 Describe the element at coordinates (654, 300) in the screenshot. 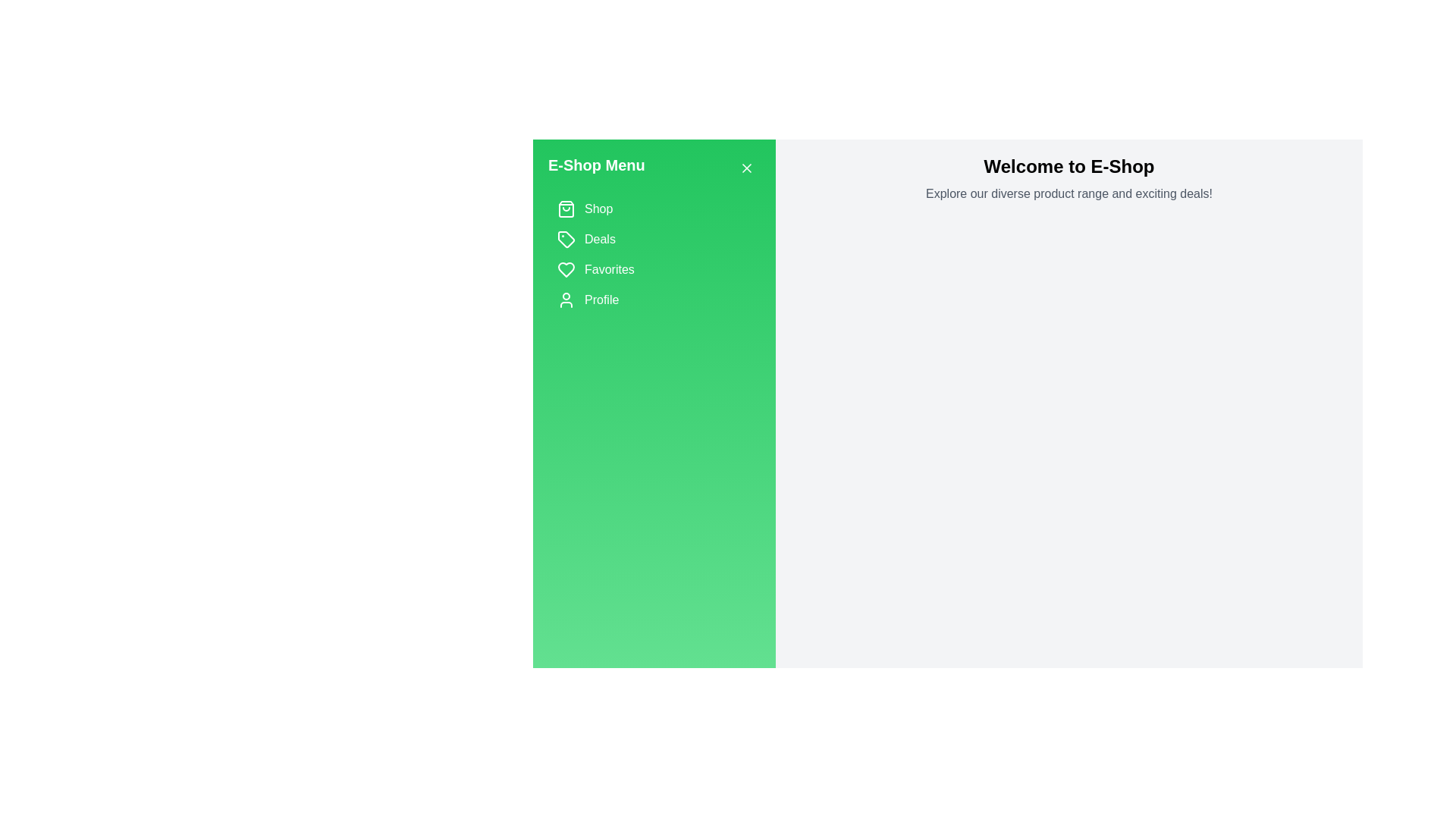

I see `the category Profile from the list` at that location.